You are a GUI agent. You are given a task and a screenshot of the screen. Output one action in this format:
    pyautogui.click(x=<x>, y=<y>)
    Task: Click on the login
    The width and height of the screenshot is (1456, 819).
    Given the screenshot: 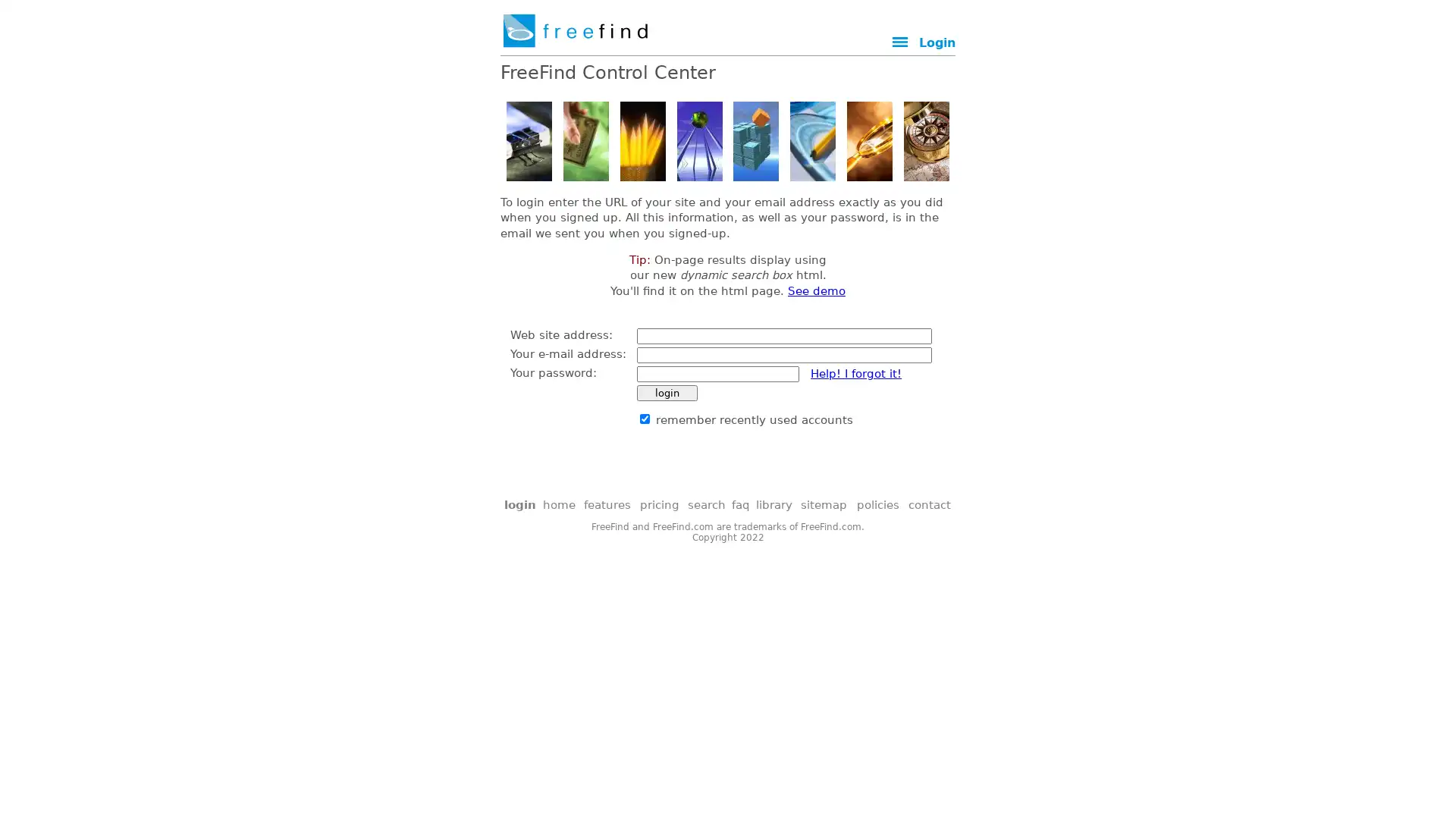 What is the action you would take?
    pyautogui.click(x=667, y=391)
    